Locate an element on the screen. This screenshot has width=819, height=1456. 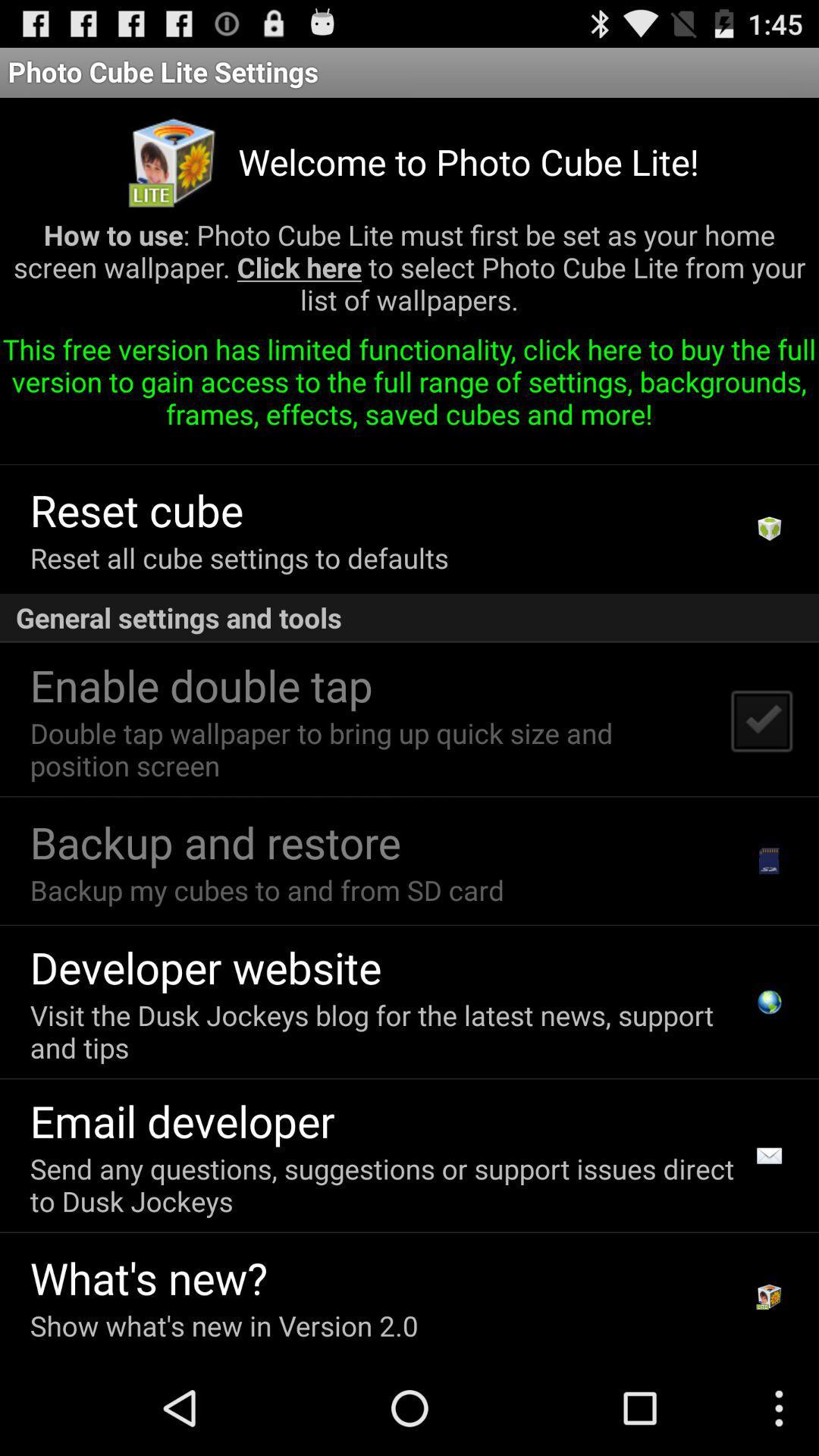
the app to the right of double tap wallpaper is located at coordinates (761, 719).